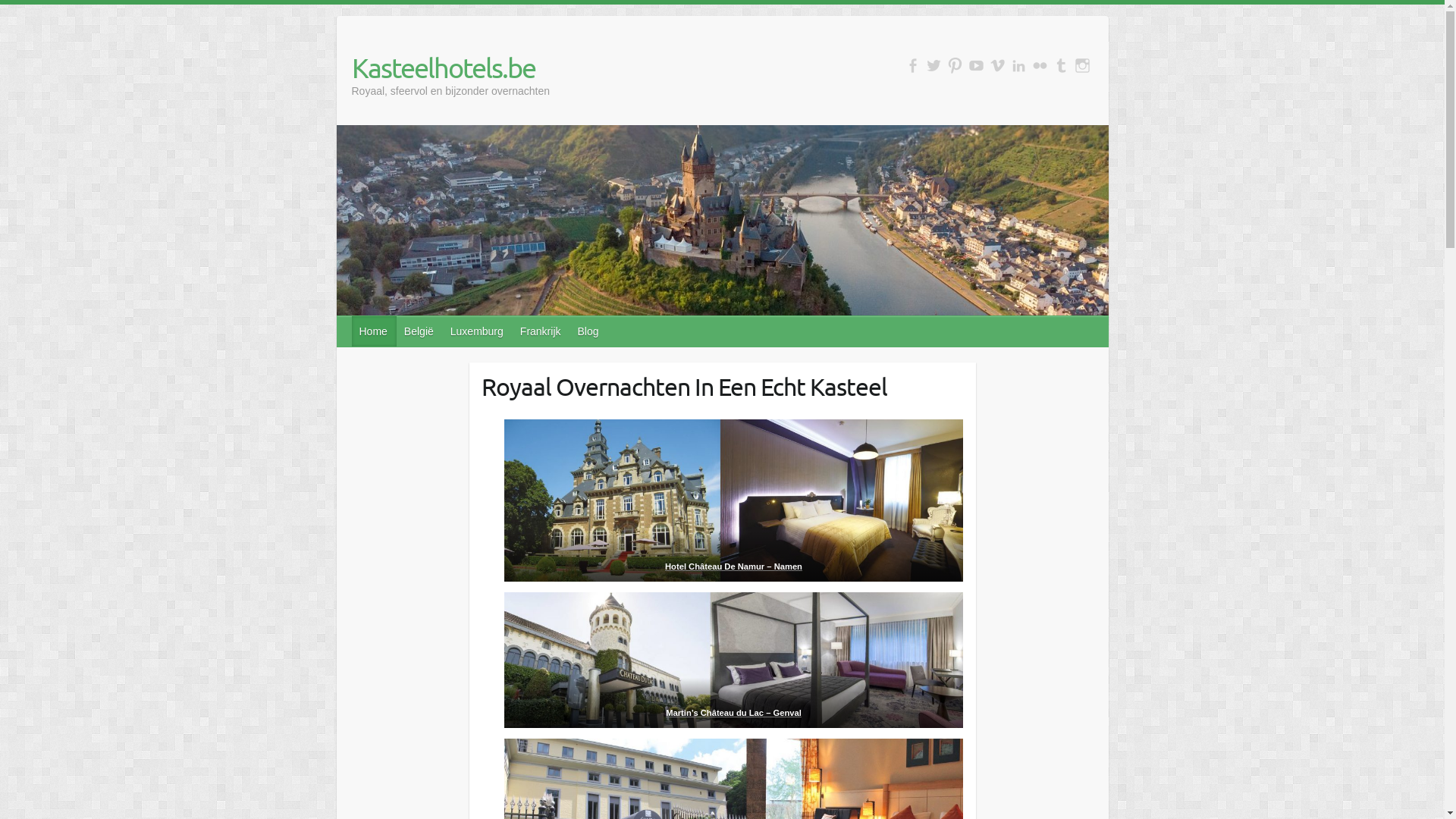 The height and width of the screenshot is (819, 1456). What do you see at coordinates (1018, 64) in the screenshot?
I see `'Kasteelhotels.be op LinkedIn'` at bounding box center [1018, 64].